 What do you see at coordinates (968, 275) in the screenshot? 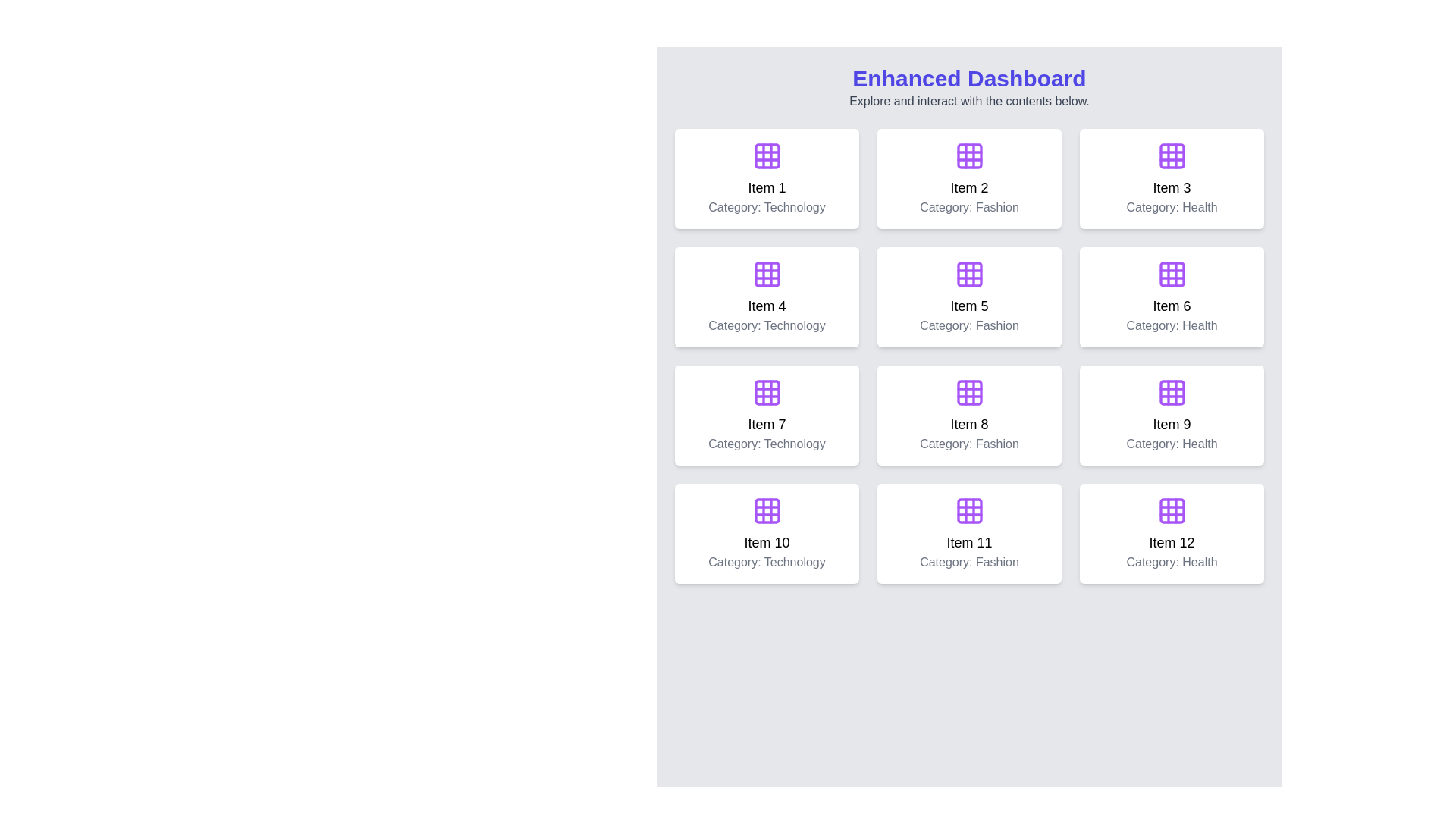
I see `the middle block of the purple 3x3 grid icon in the fifth card labeled 'Item 5' under 'Fashion'` at bounding box center [968, 275].